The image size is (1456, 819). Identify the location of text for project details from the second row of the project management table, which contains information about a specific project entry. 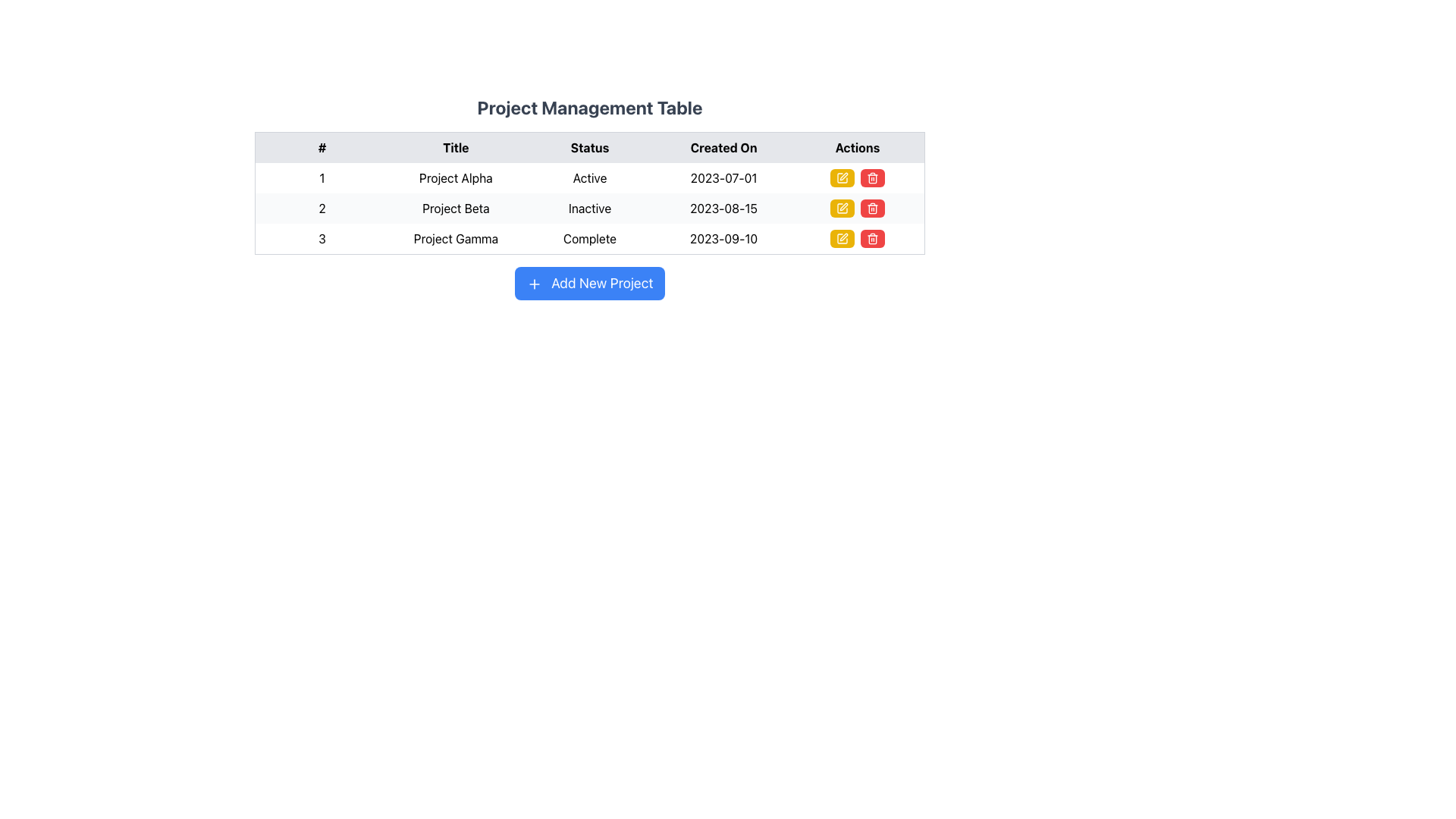
(588, 208).